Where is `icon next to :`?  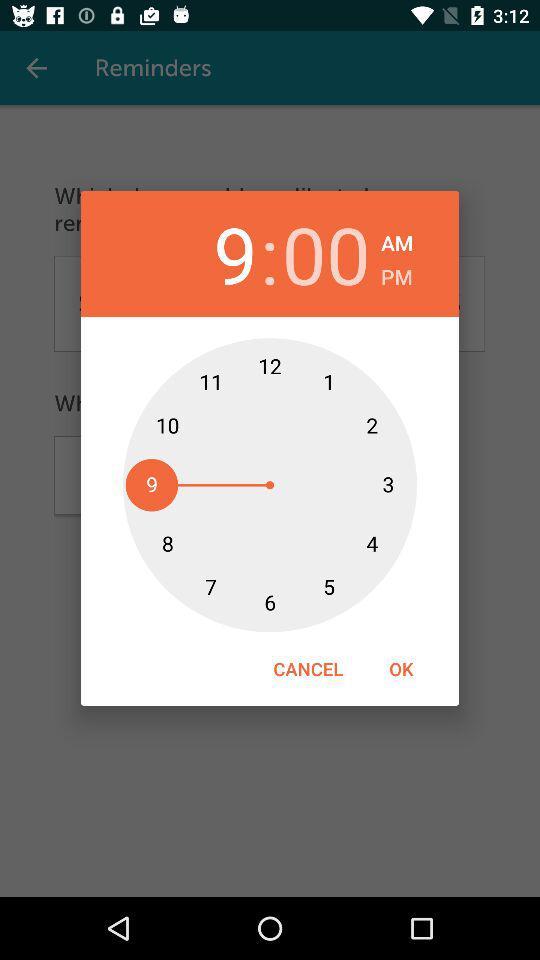 icon next to : is located at coordinates (212, 253).